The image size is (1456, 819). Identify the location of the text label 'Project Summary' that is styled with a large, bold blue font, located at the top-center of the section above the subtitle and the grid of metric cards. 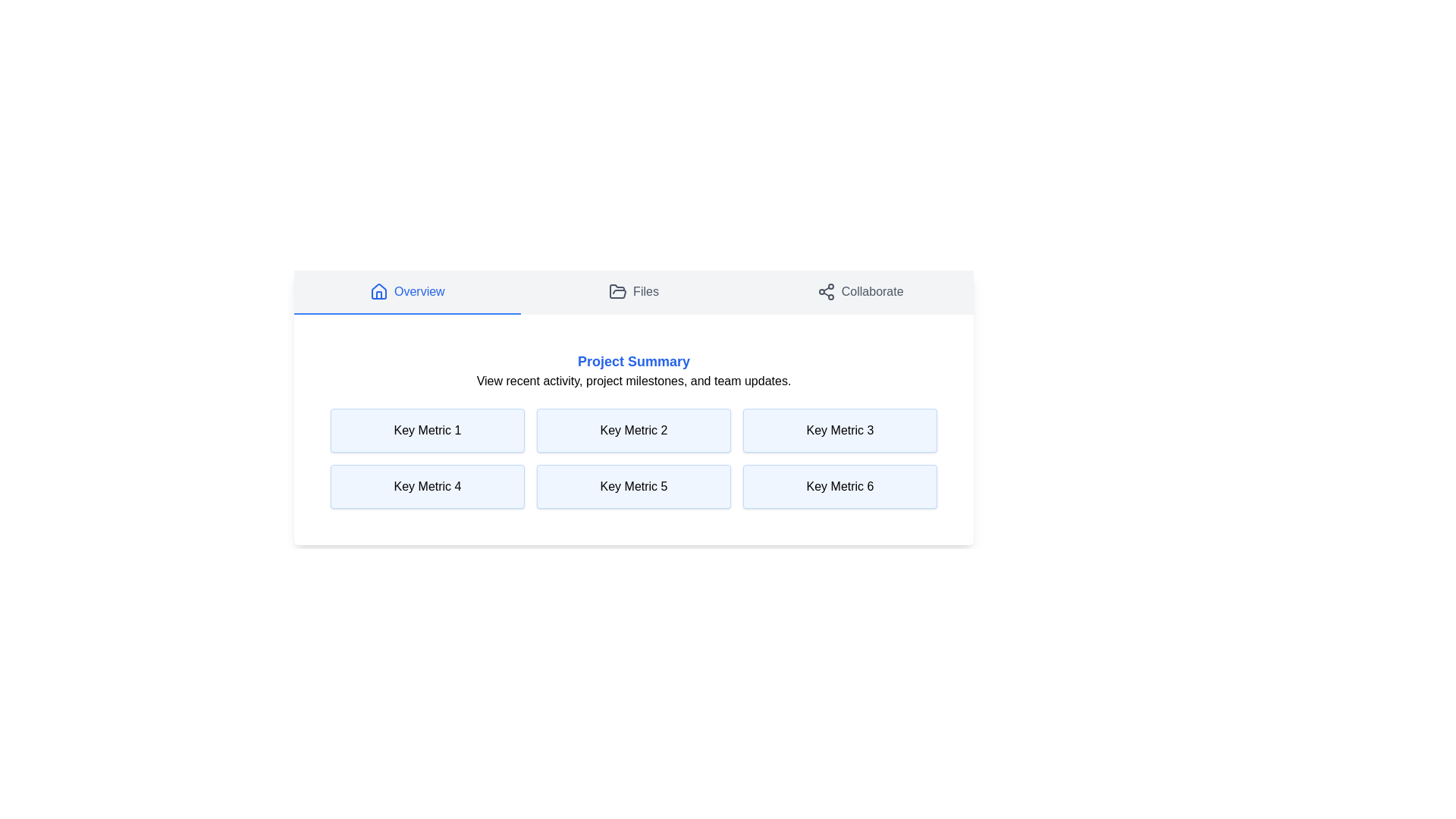
(633, 362).